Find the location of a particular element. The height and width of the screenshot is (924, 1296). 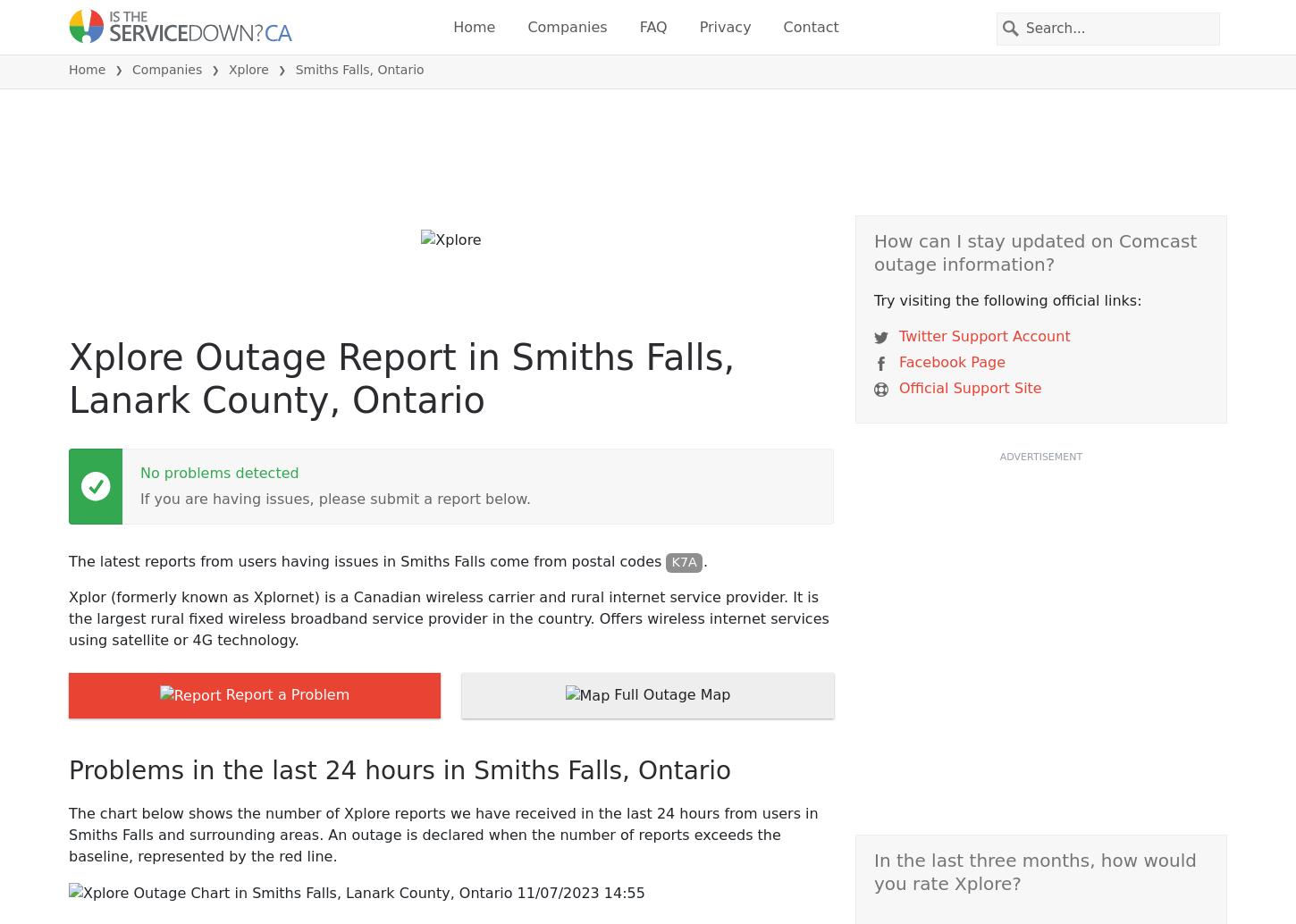

'@TheTobster111 Well I hope this doesn’t do anything to Starlink because it has changed our rural lives for the better. We only had xplornet which is the worst service' is located at coordinates (479, 865).